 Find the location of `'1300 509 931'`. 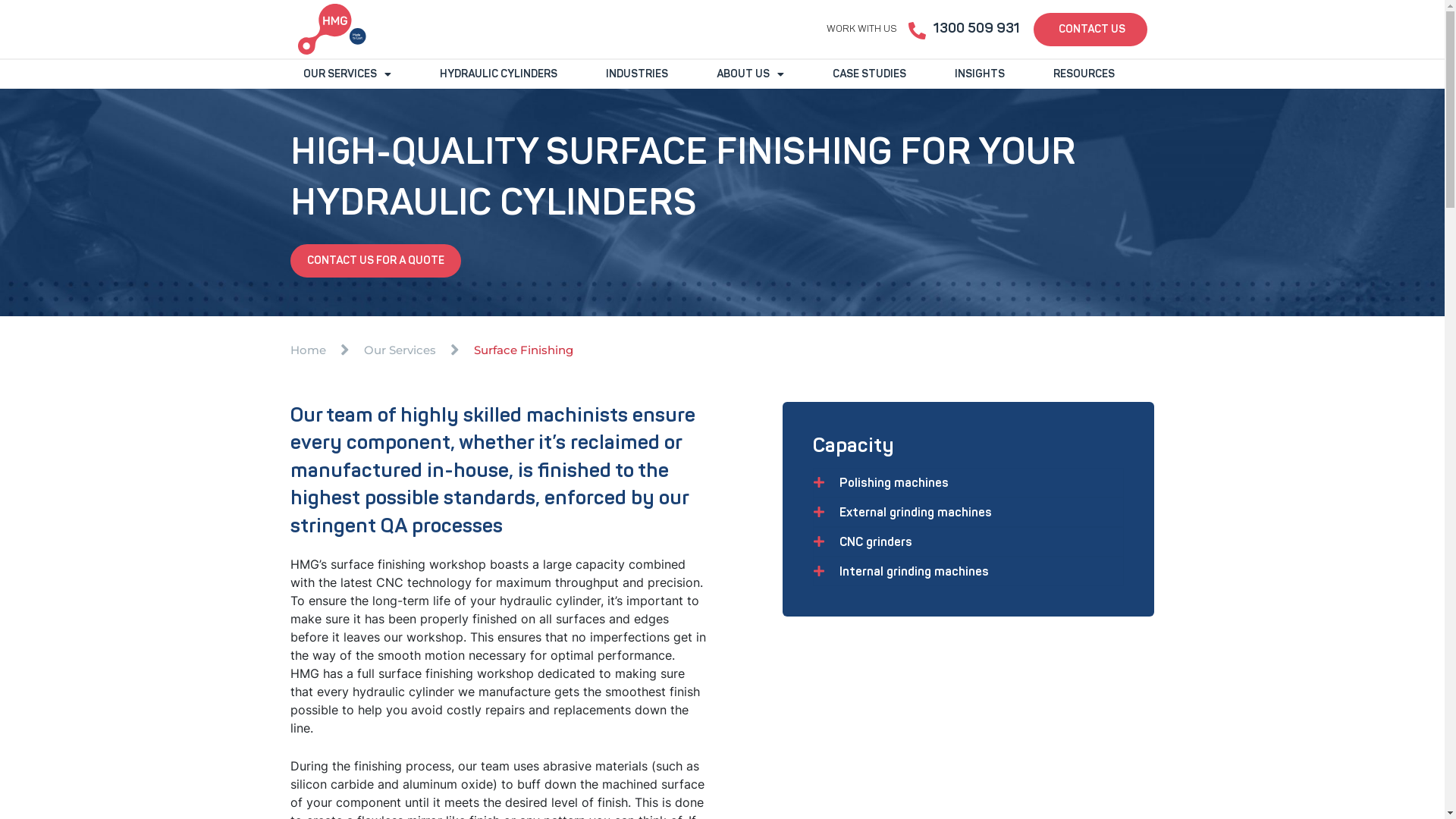

'1300 509 931' is located at coordinates (975, 28).